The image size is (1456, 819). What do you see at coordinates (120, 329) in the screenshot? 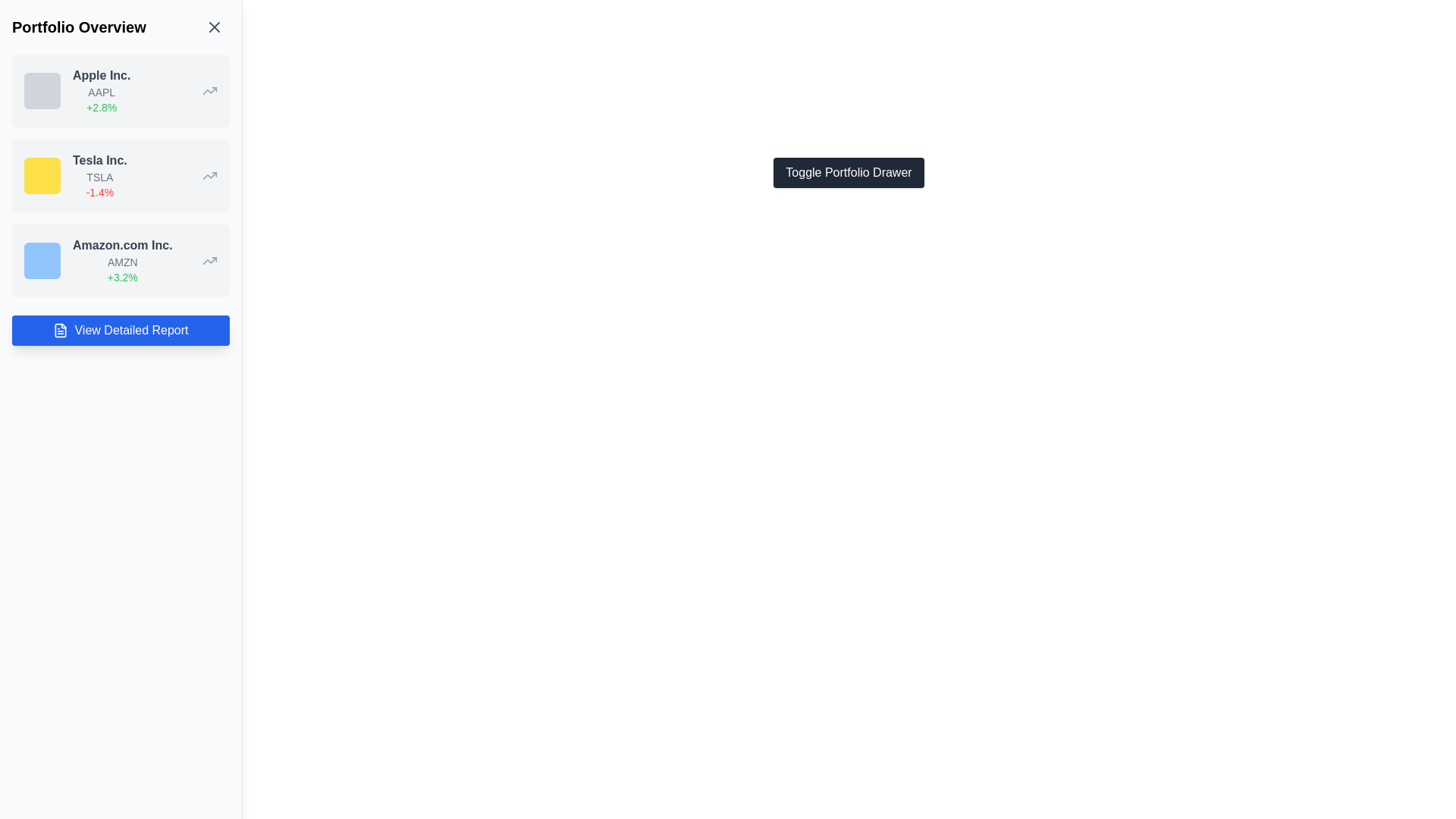
I see `the rectangular button with rounded corners and a blue background labeled 'View Detailed Report'` at bounding box center [120, 329].